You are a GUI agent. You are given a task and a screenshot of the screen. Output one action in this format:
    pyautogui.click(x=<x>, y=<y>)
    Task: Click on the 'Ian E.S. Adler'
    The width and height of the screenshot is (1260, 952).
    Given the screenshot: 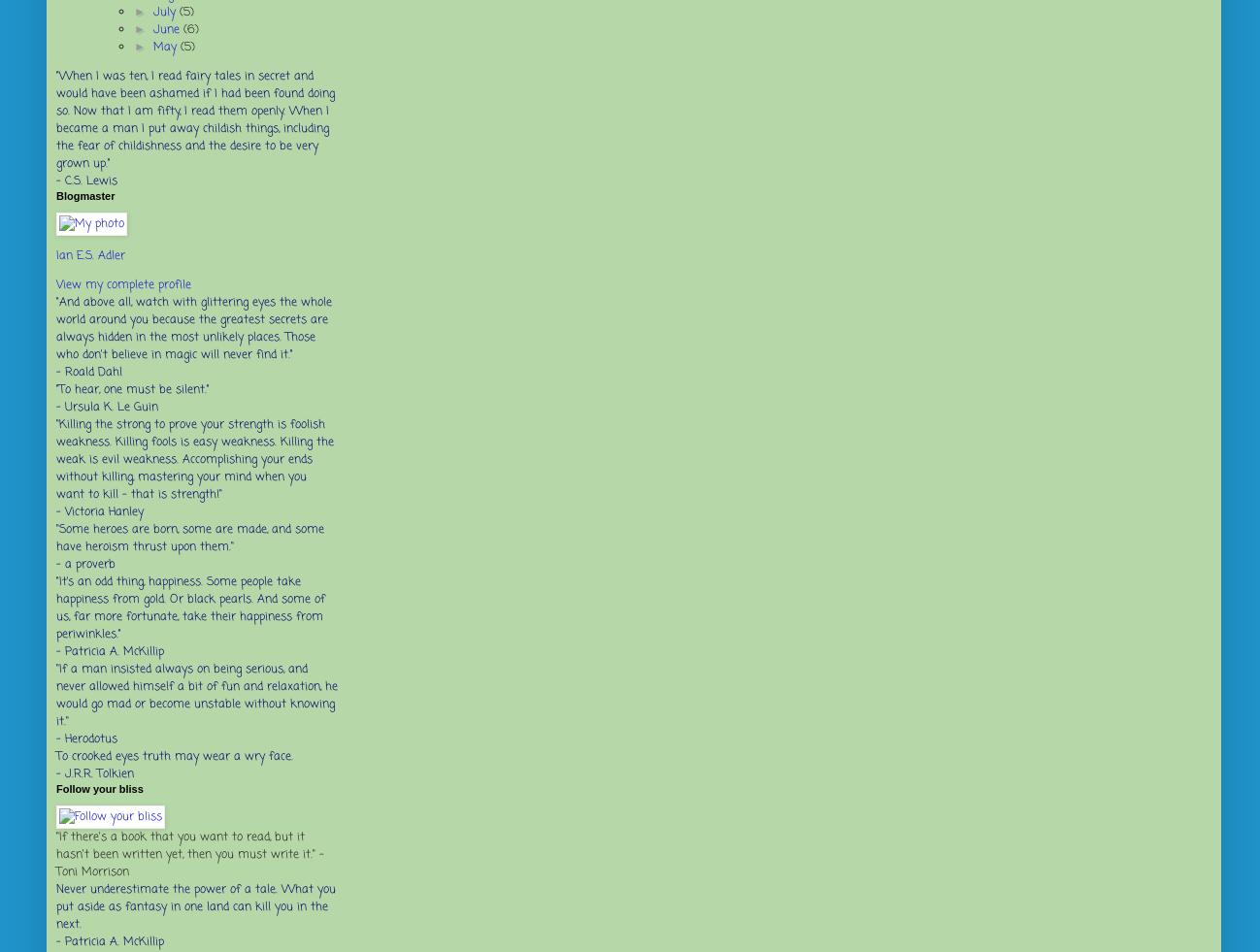 What is the action you would take?
    pyautogui.click(x=90, y=254)
    